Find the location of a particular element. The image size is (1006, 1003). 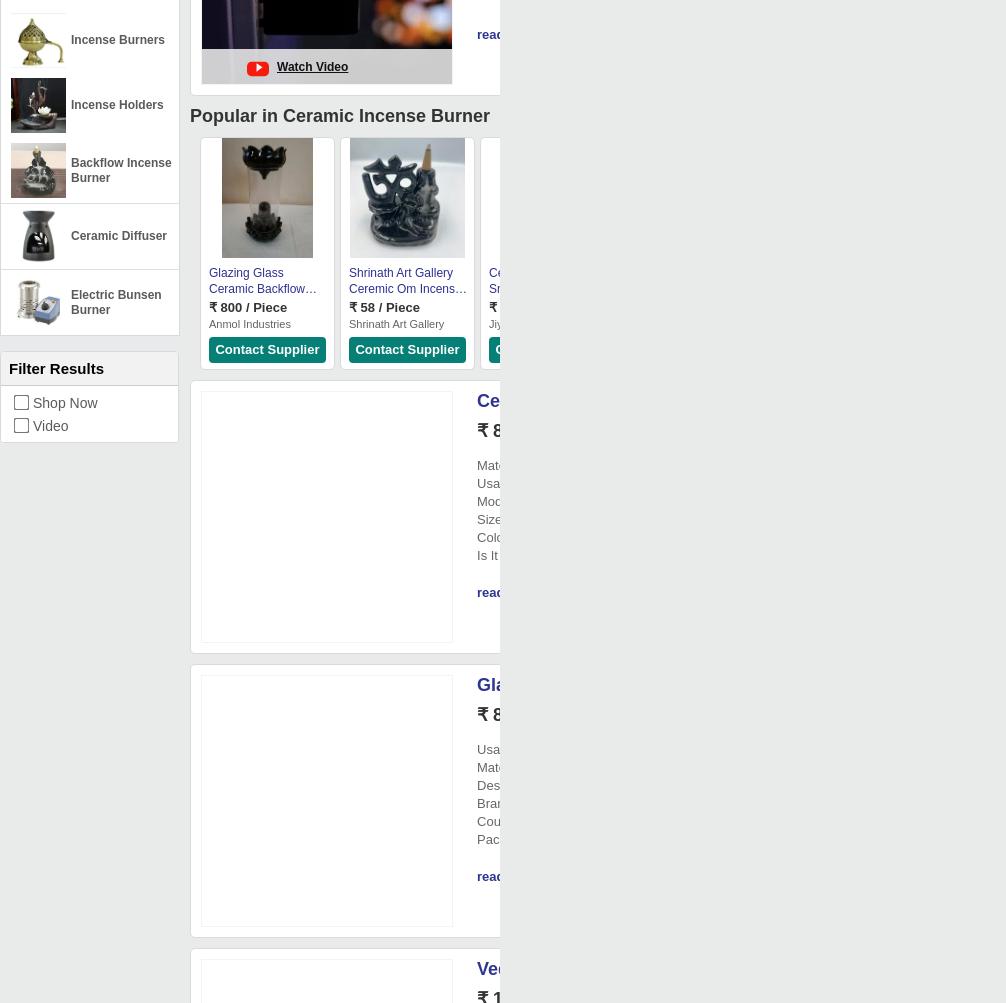

'Song Of India (A Brand Of Ashoca Wellness)' is located at coordinates (824, 330).